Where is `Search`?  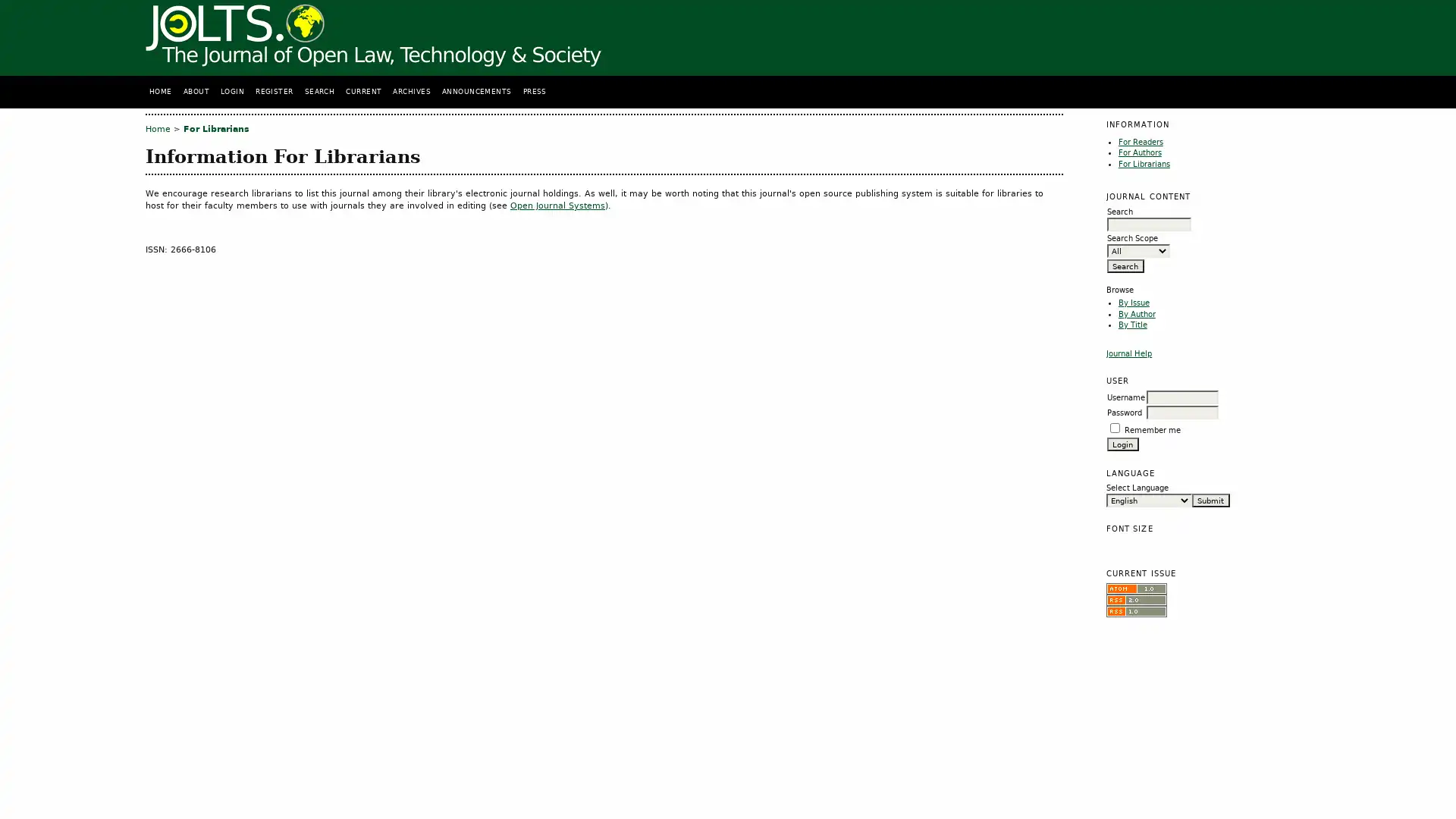 Search is located at coordinates (1125, 265).